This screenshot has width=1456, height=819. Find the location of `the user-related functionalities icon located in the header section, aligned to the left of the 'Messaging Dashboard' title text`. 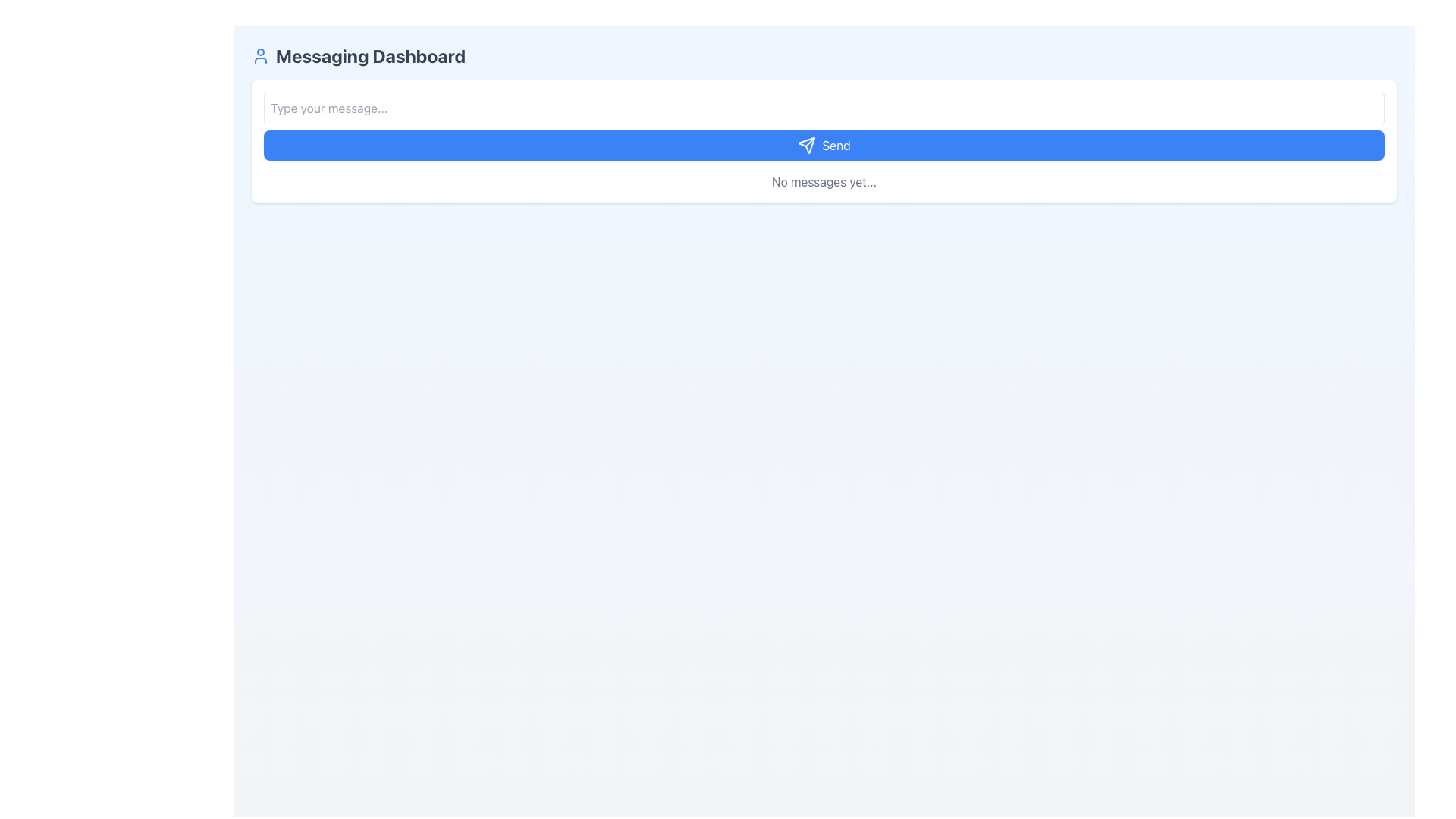

the user-related functionalities icon located in the header section, aligned to the left of the 'Messaging Dashboard' title text is located at coordinates (261, 55).